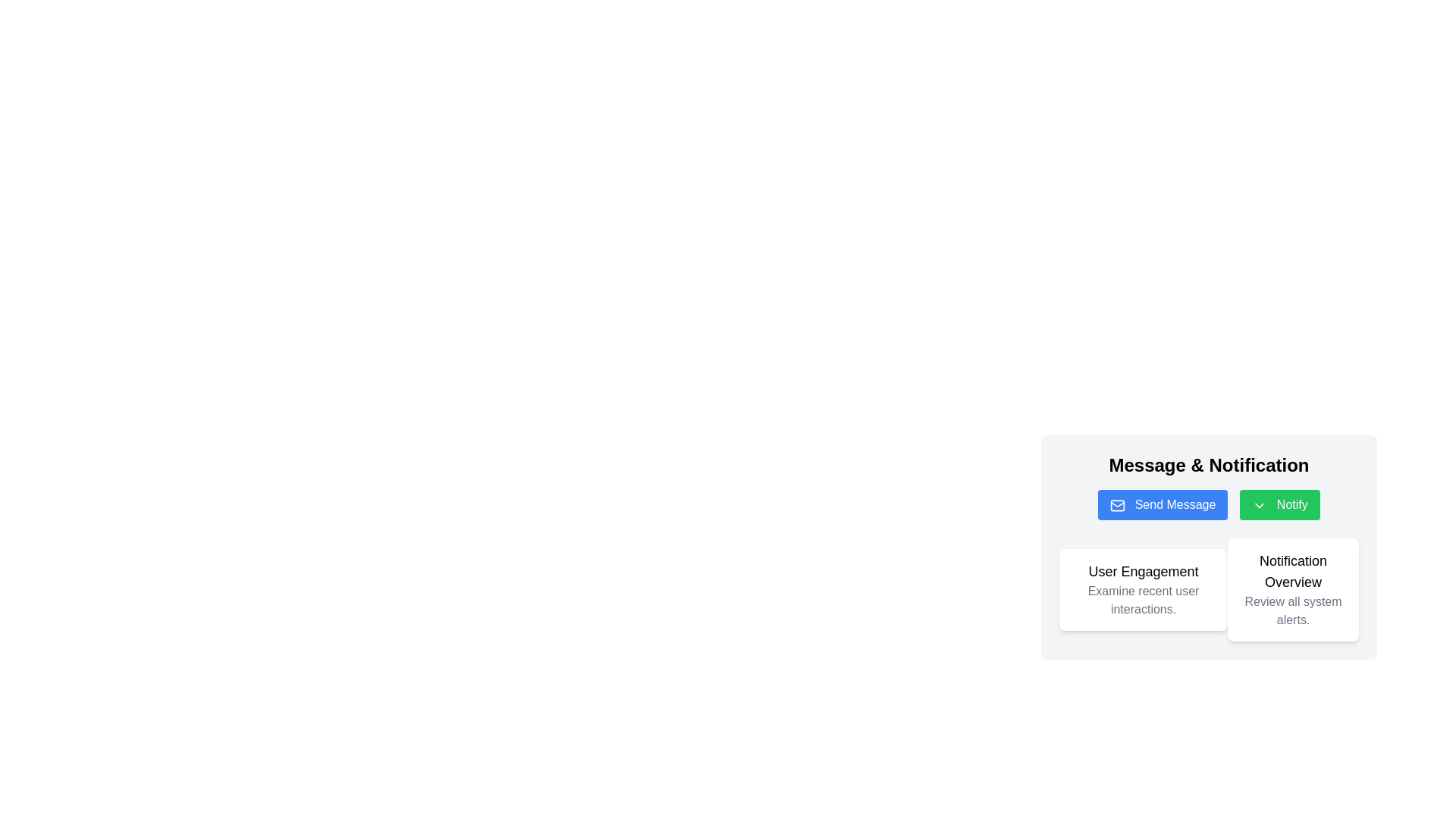 This screenshot has width=1456, height=819. I want to click on the blue envelope icon next to the 'Send Message' button under 'Message & Notification', so click(1118, 505).